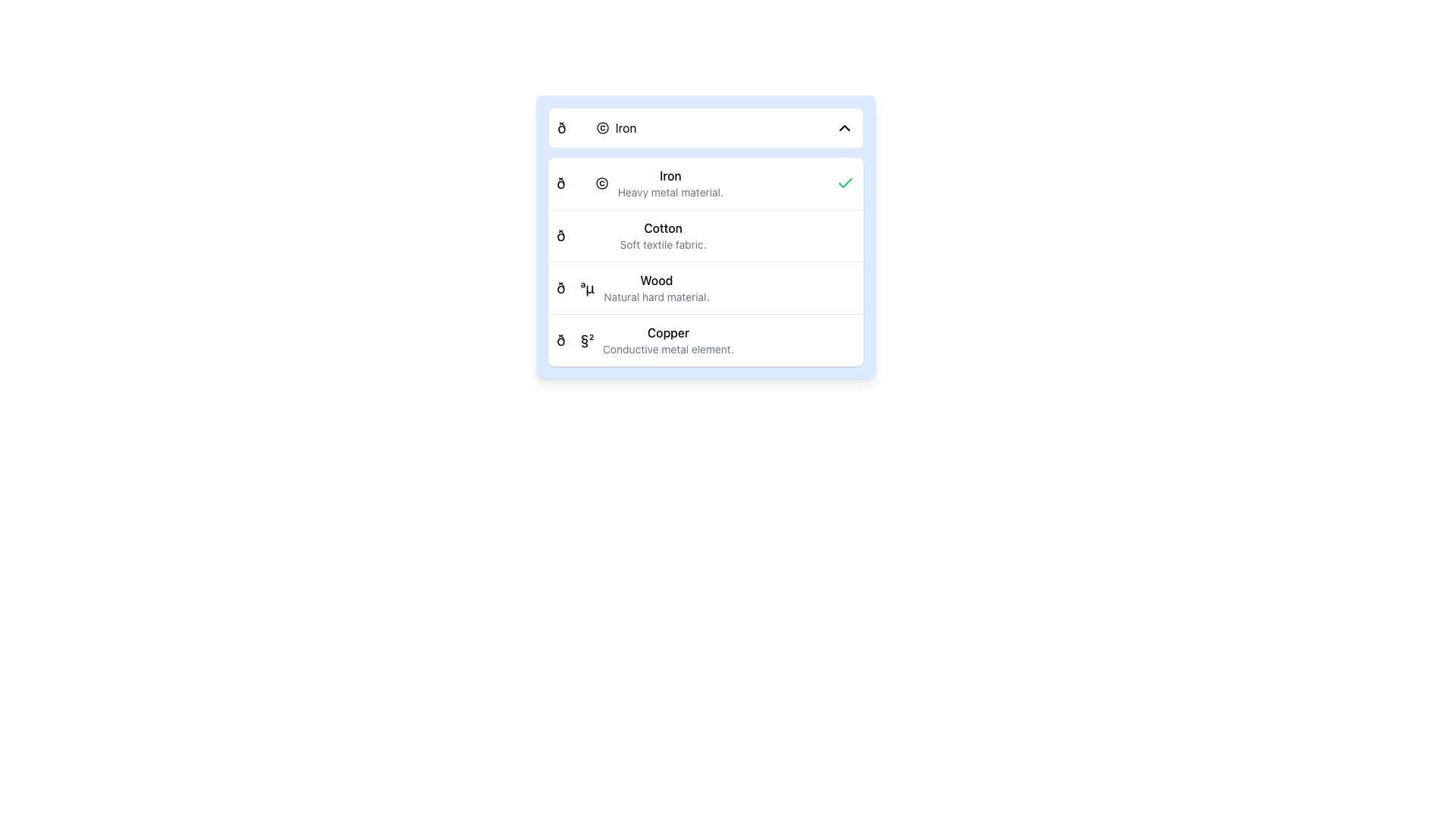 This screenshot has height=819, width=1456. Describe the element at coordinates (704, 339) in the screenshot. I see `the fourth list item representing 'Copper' in the selectable list` at that location.